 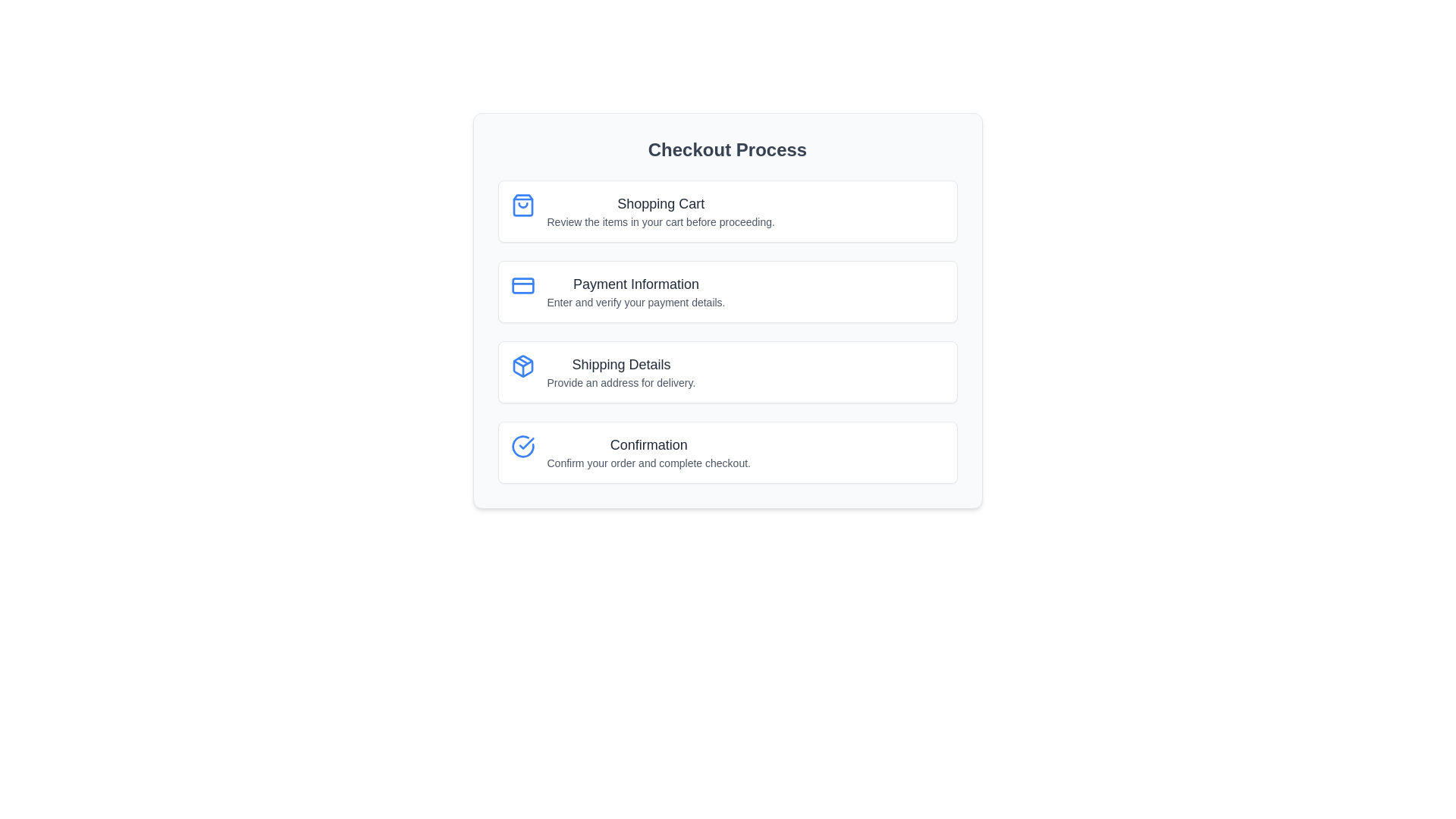 I want to click on the shopping bag icon, styled with a blue color and clean design, located in the top-left portion of the 'Shopping Cart' section, so click(x=522, y=205).